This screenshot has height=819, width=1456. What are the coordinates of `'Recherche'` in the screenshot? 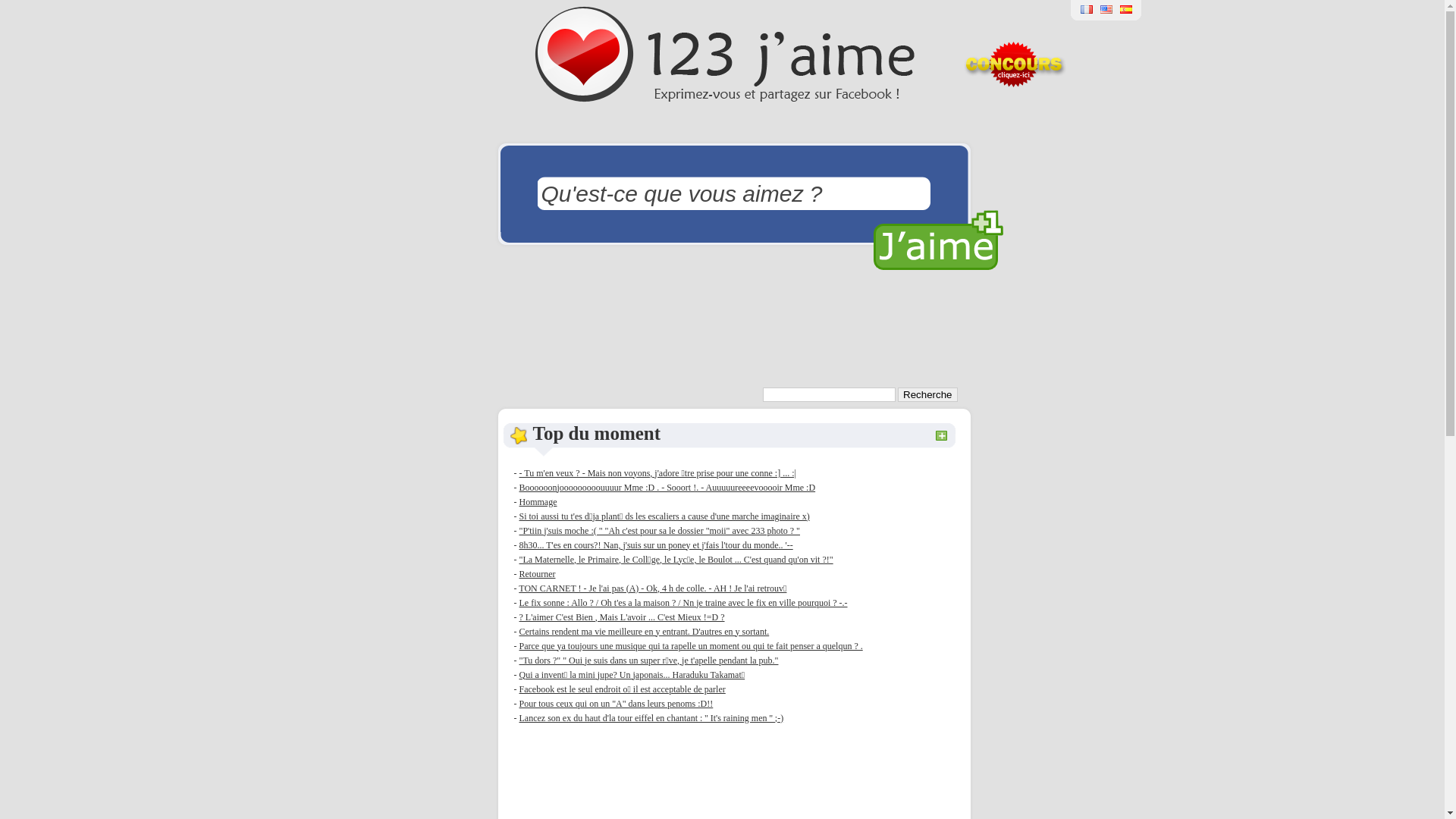 It's located at (927, 394).